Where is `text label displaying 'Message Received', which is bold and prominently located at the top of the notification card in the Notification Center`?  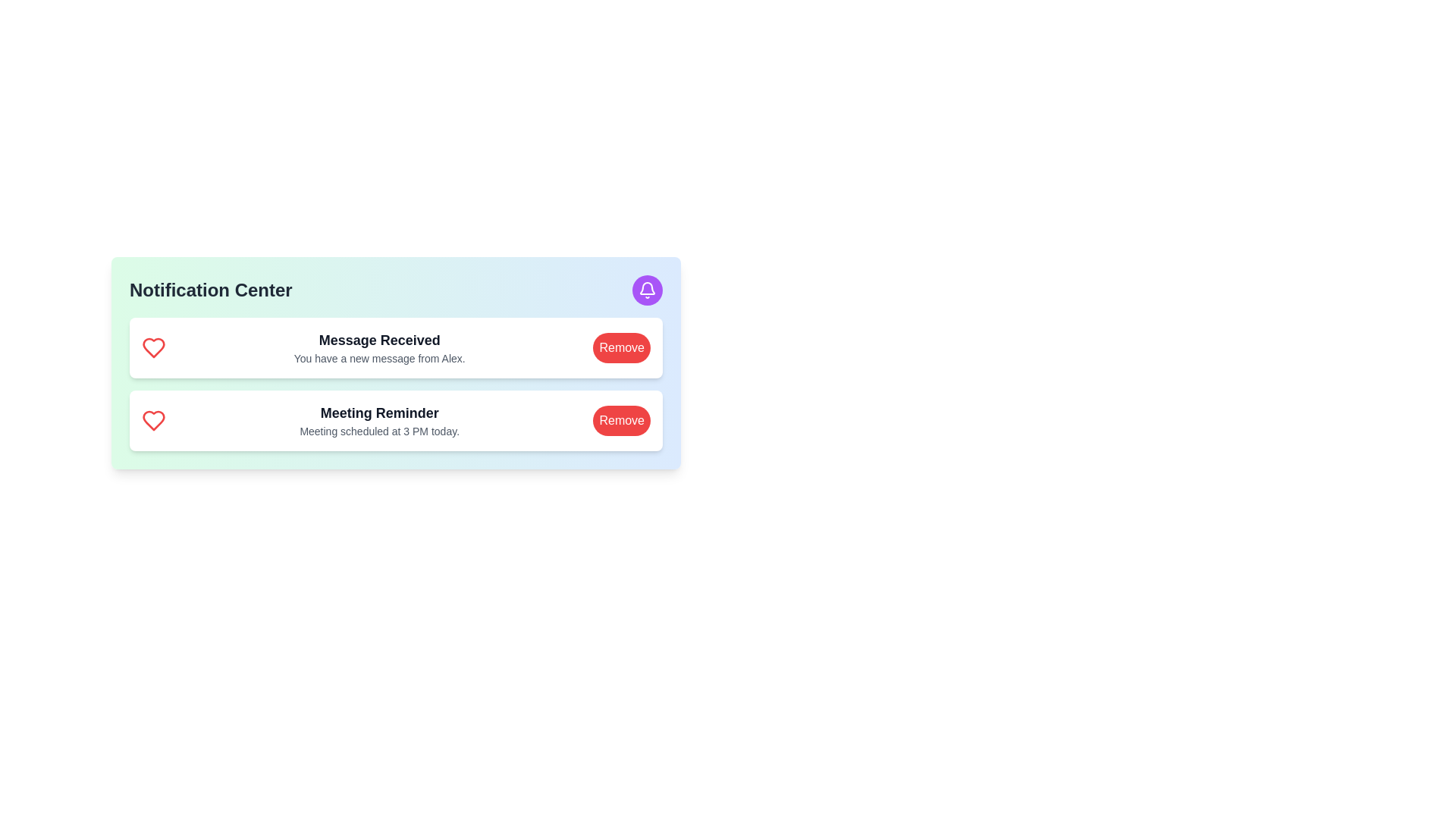 text label displaying 'Message Received', which is bold and prominently located at the top of the notification card in the Notification Center is located at coordinates (379, 339).